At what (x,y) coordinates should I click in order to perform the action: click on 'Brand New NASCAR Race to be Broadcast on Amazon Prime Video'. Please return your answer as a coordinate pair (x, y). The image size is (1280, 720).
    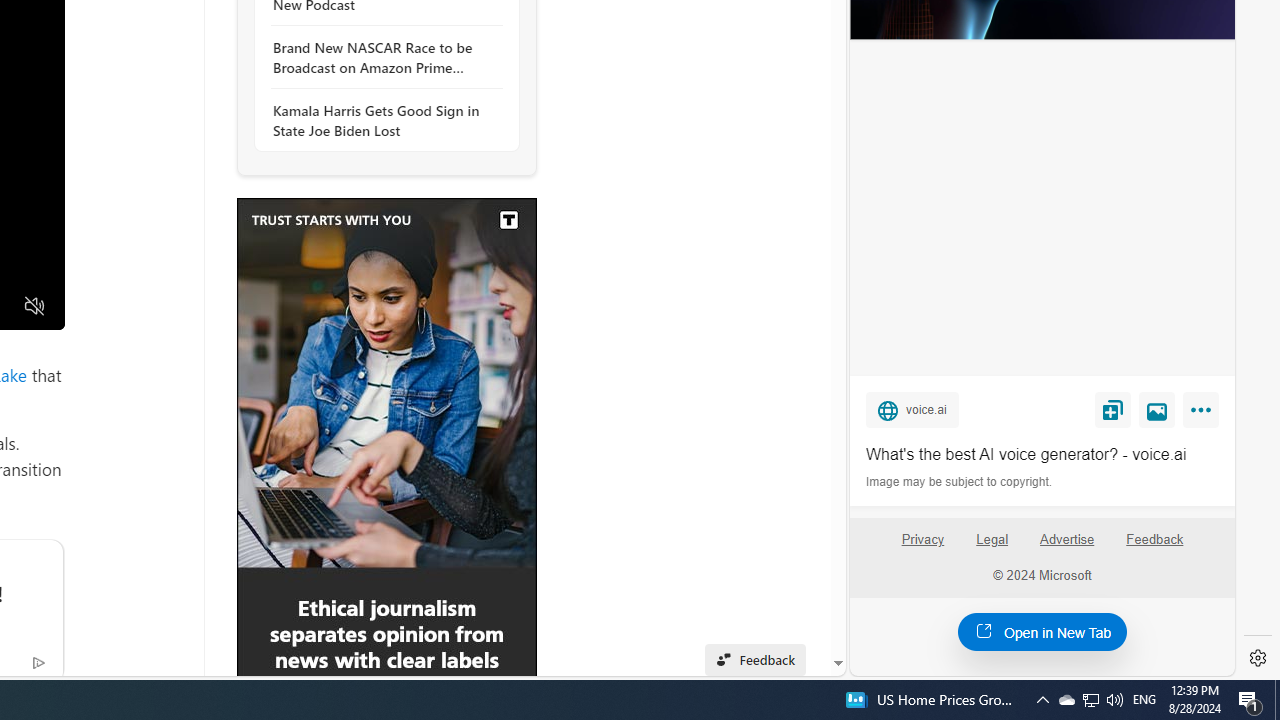
    Looking at the image, I should click on (381, 56).